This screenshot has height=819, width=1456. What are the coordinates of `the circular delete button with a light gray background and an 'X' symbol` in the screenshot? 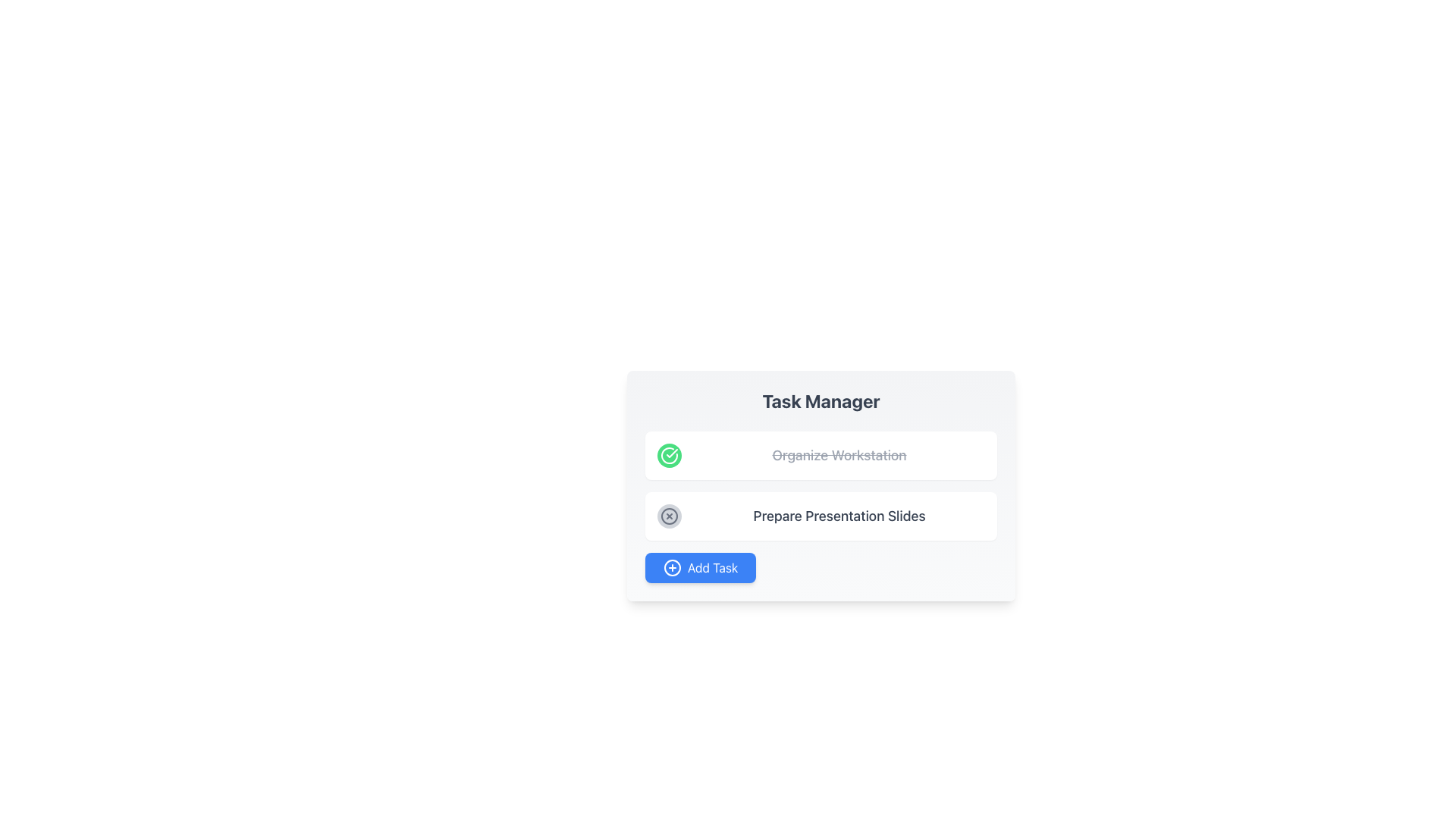 It's located at (669, 516).